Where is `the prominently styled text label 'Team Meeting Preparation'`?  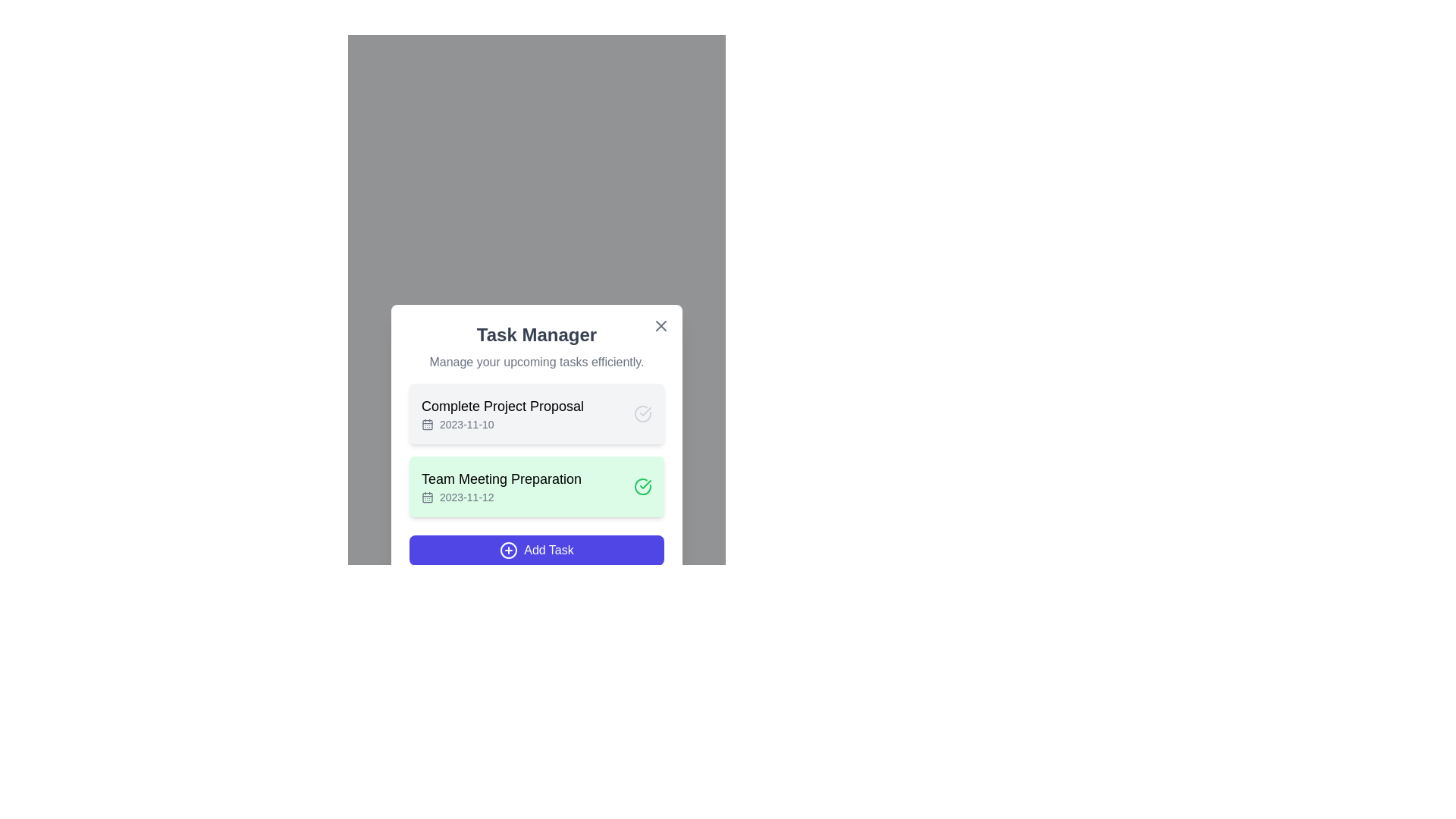 the prominently styled text label 'Team Meeting Preparation' is located at coordinates (501, 479).